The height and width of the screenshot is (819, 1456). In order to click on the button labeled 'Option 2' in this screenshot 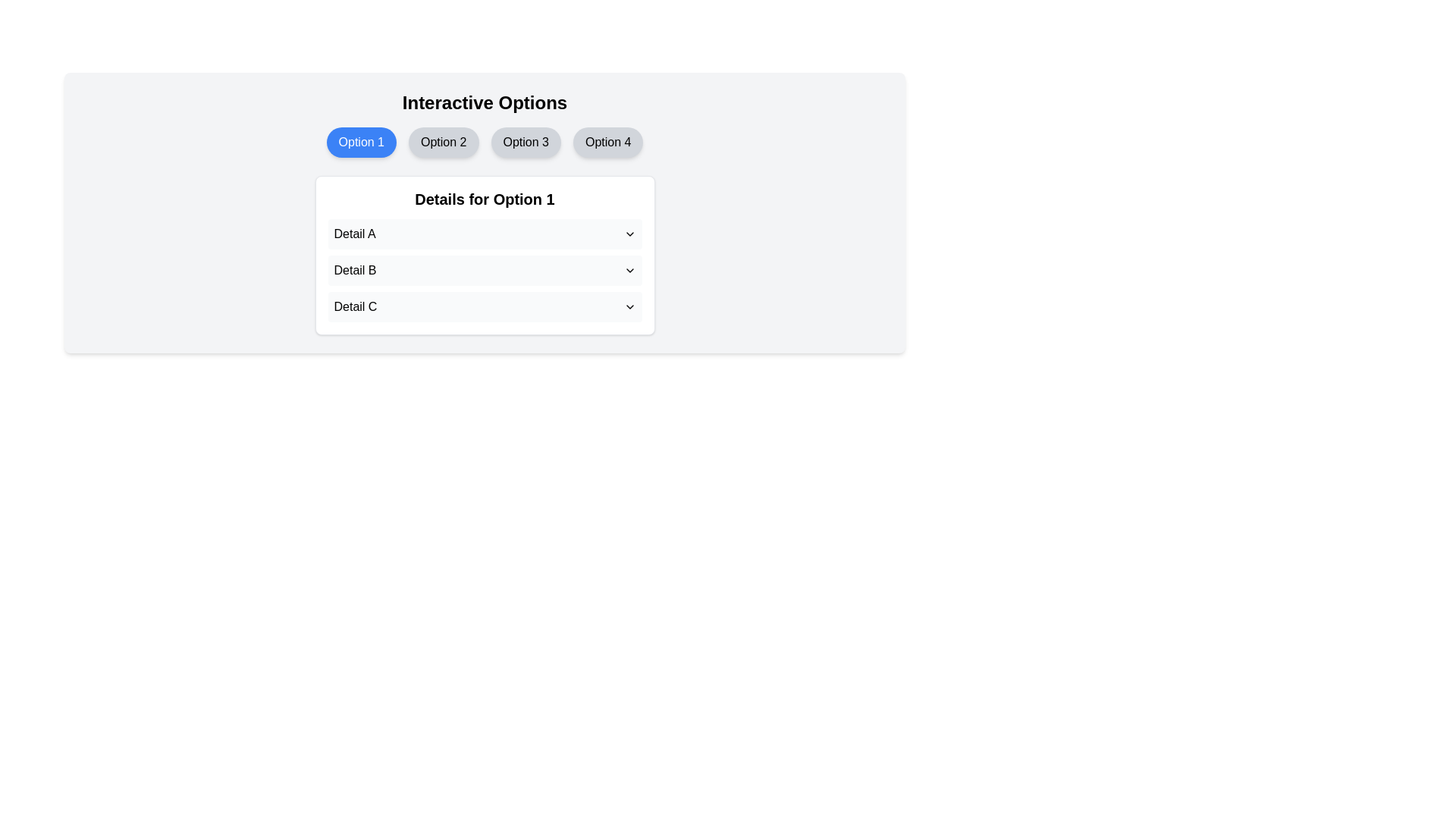, I will do `click(443, 143)`.